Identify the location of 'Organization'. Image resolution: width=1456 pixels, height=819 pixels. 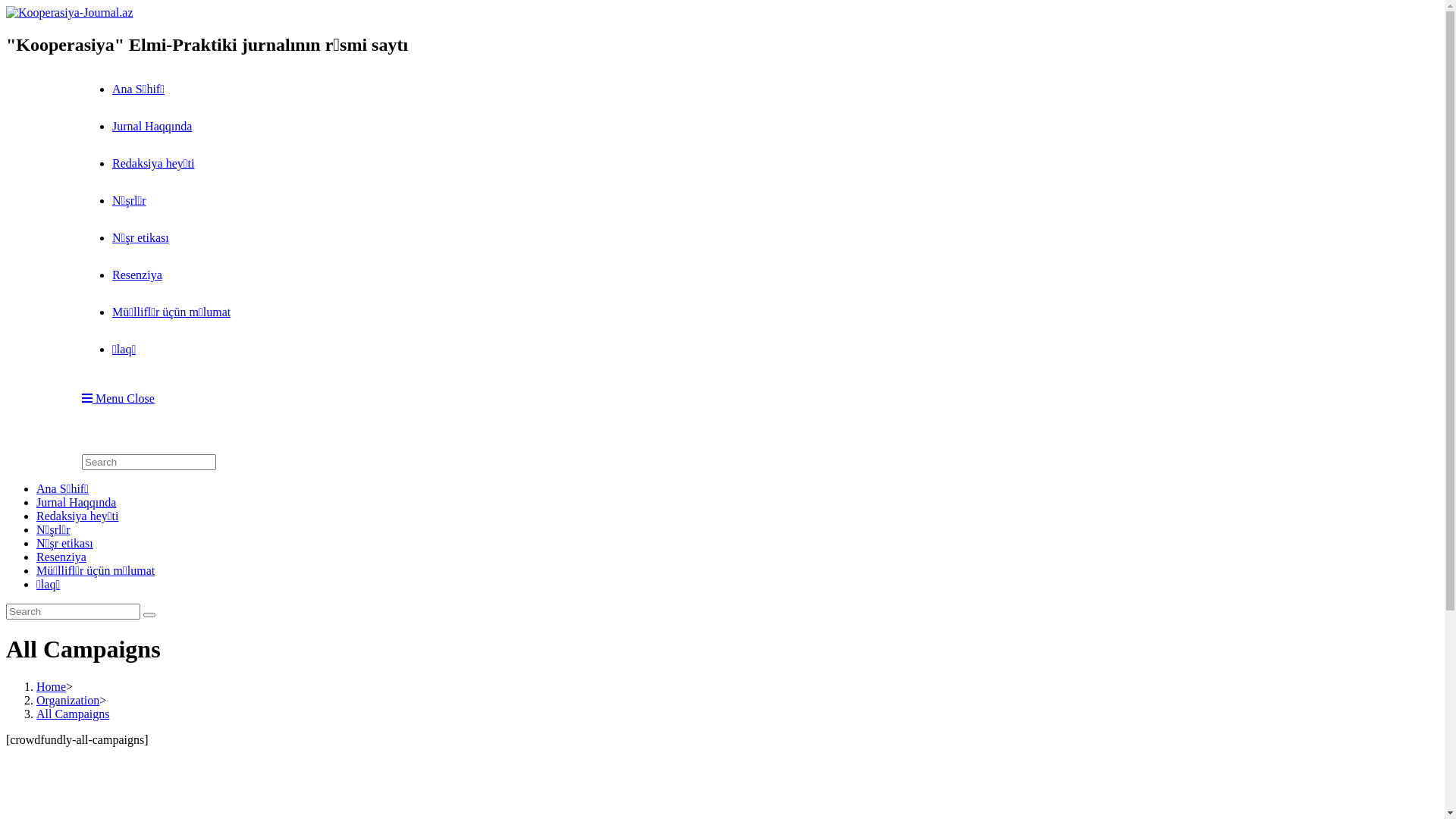
(67, 700).